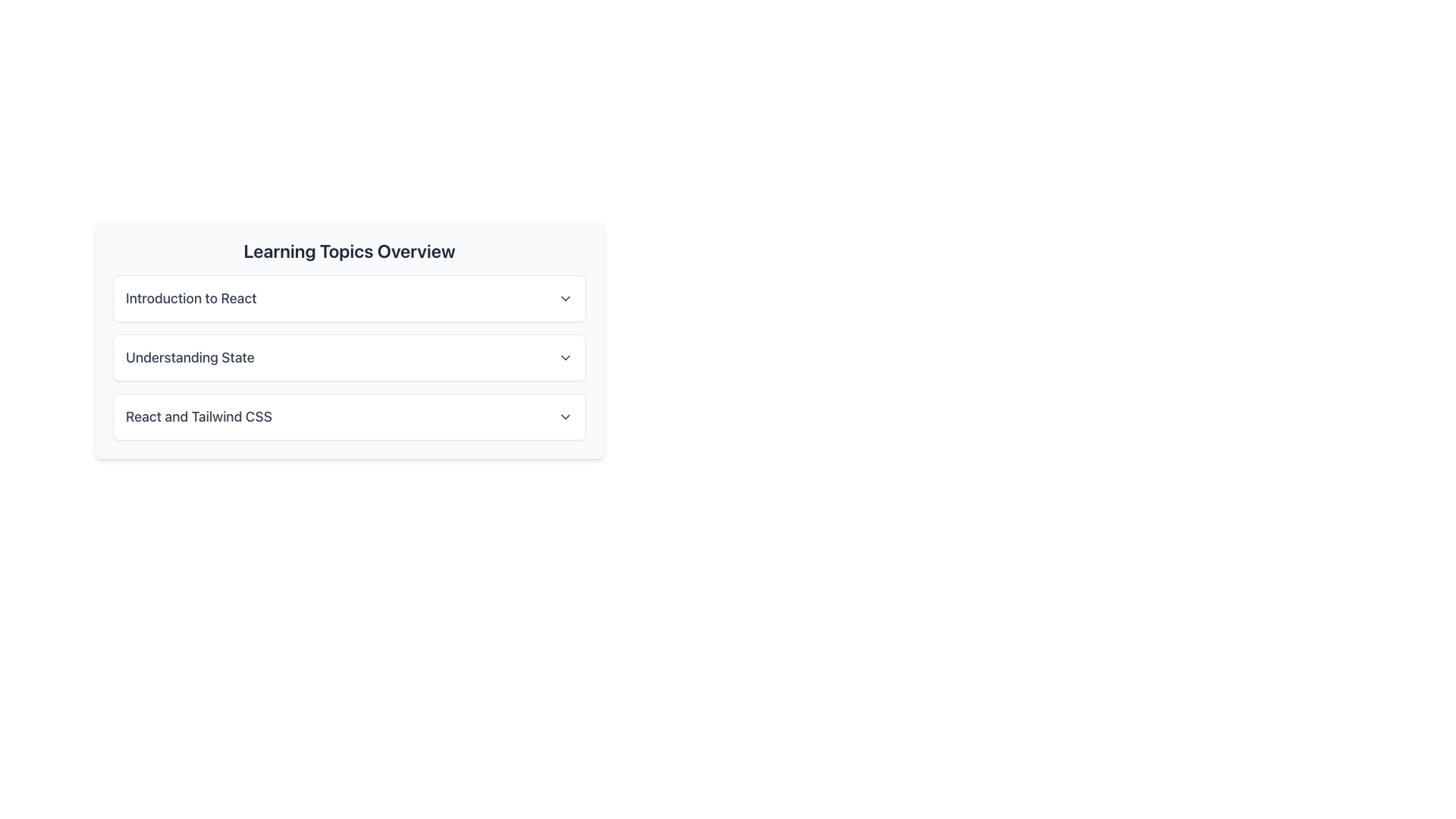 Image resolution: width=1456 pixels, height=819 pixels. What do you see at coordinates (564, 298) in the screenshot?
I see `the downwards chevron icon at the far-right side of the row labeled 'Introduction to React'` at bounding box center [564, 298].